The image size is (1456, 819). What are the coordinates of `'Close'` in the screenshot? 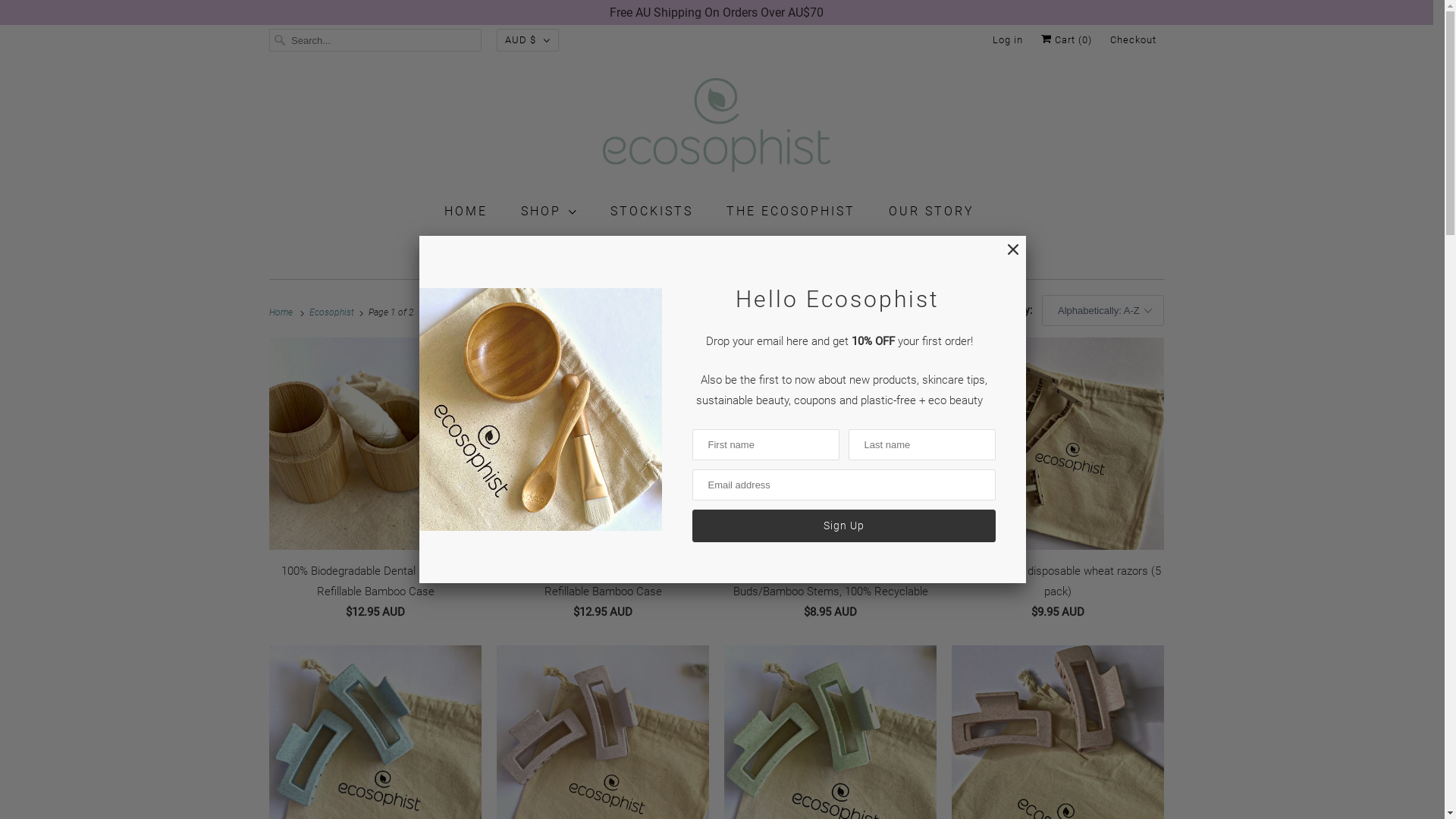 It's located at (1004, 256).